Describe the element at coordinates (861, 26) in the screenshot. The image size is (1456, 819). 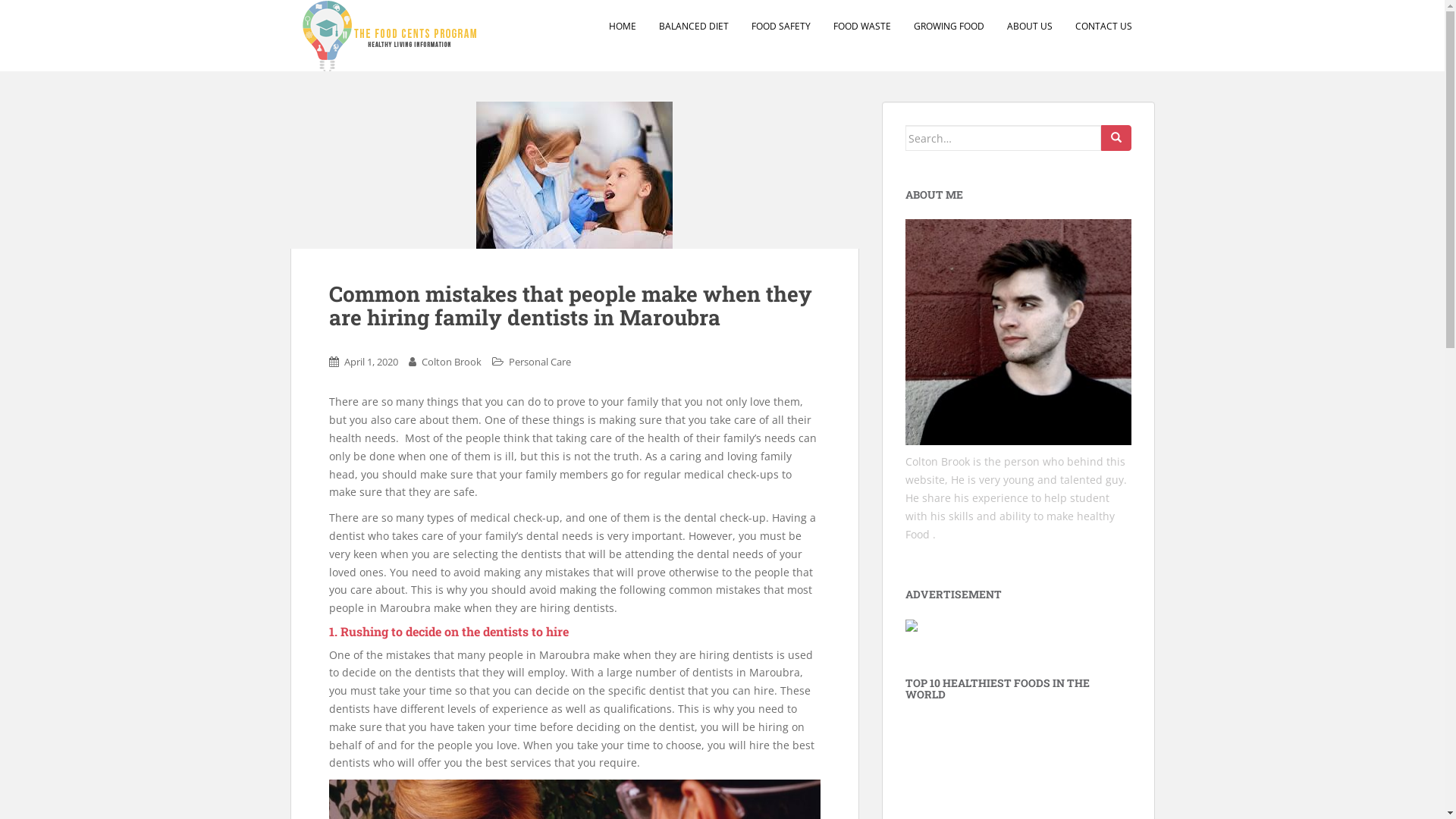
I see `'FOOD WASTE'` at that location.